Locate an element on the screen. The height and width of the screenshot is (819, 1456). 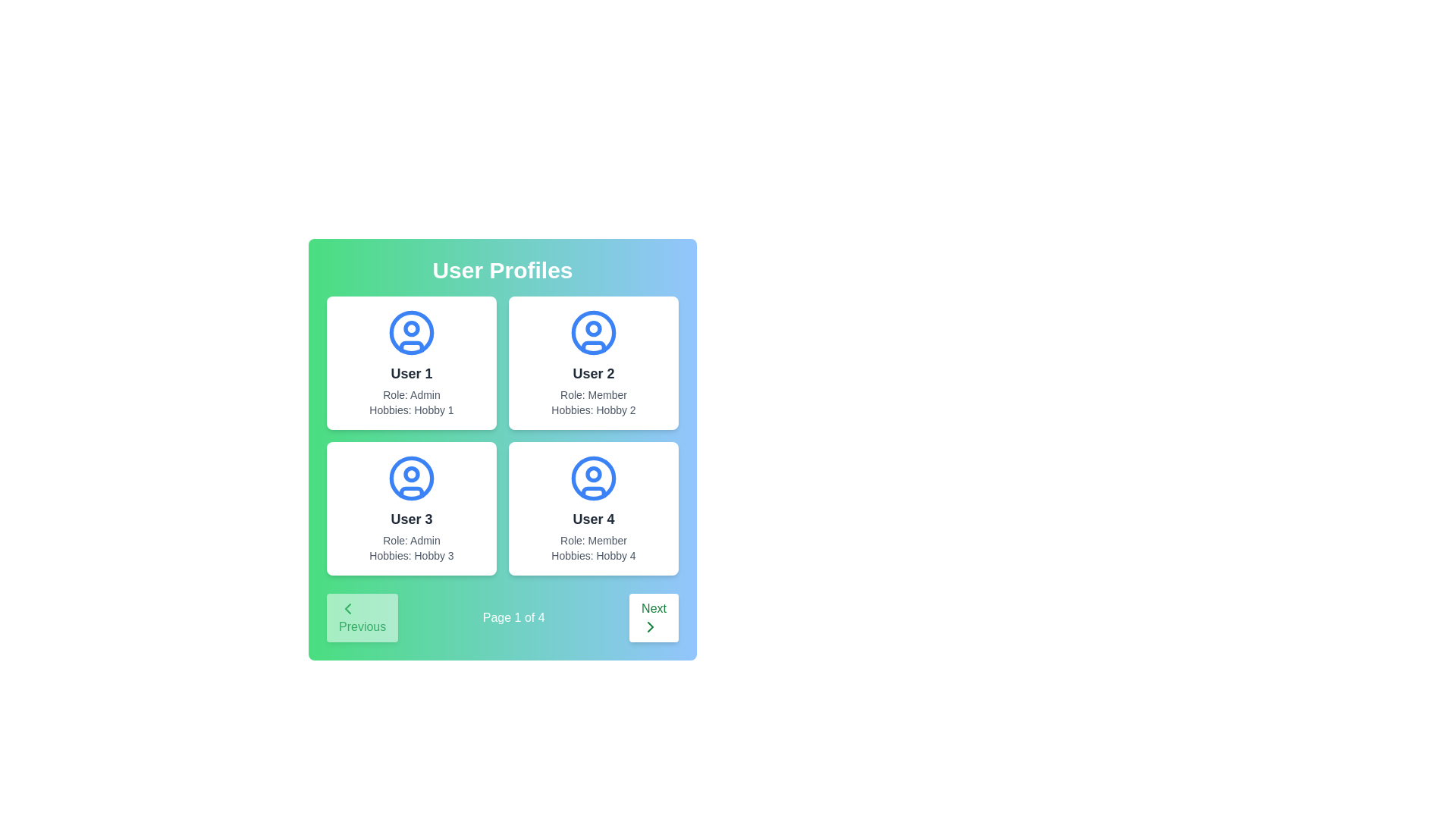
the read-only informational Text label that describes the user's role, located beneath 'User 3' and above 'Hobbies: Hobby 3' in the 'User 3' card is located at coordinates (411, 540).